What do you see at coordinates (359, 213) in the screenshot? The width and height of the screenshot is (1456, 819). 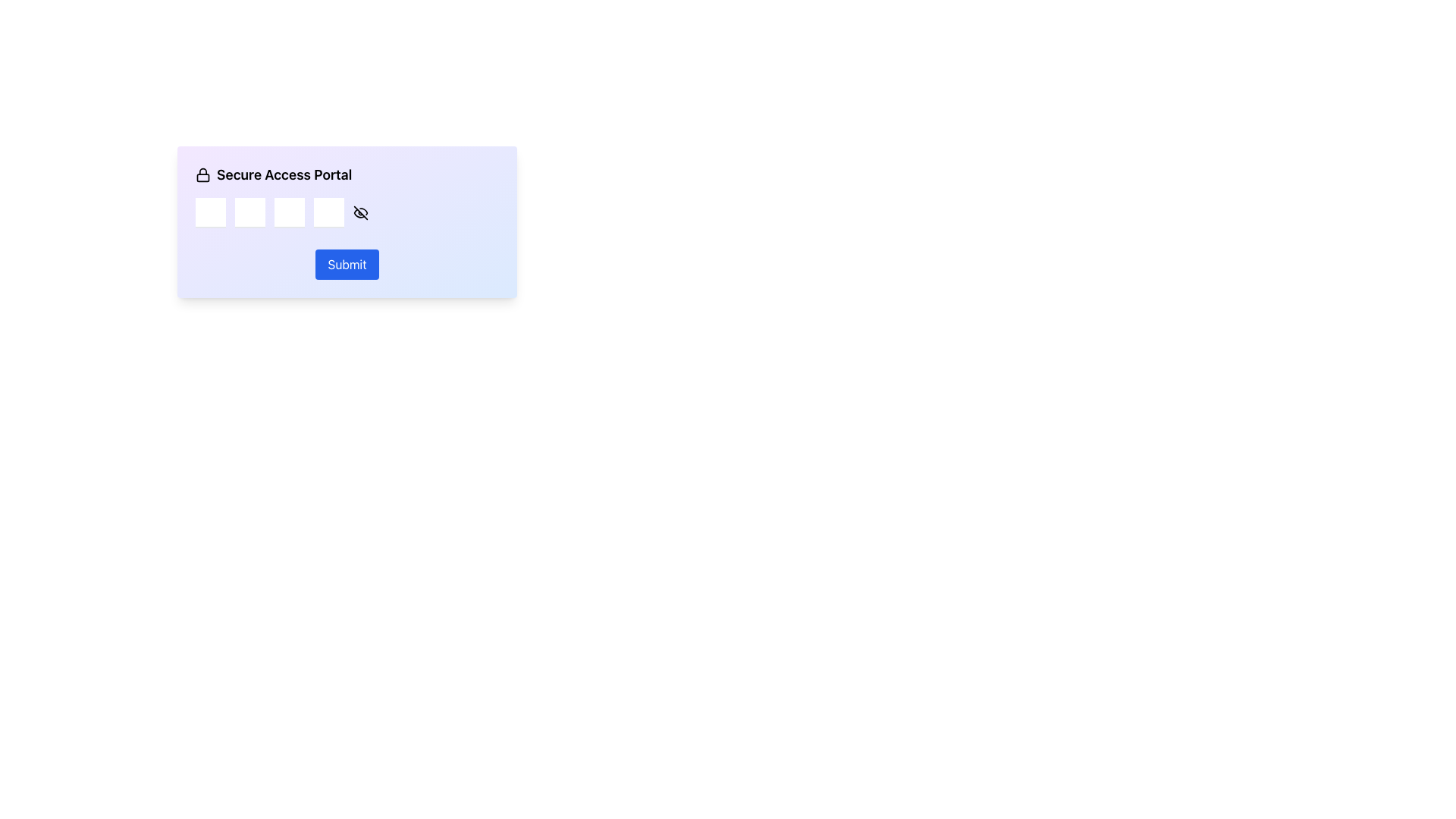 I see `the password visibility toggle icon located at the far right of the password input fields to switch between obscured and plain text viewing of the entered password` at bounding box center [359, 213].